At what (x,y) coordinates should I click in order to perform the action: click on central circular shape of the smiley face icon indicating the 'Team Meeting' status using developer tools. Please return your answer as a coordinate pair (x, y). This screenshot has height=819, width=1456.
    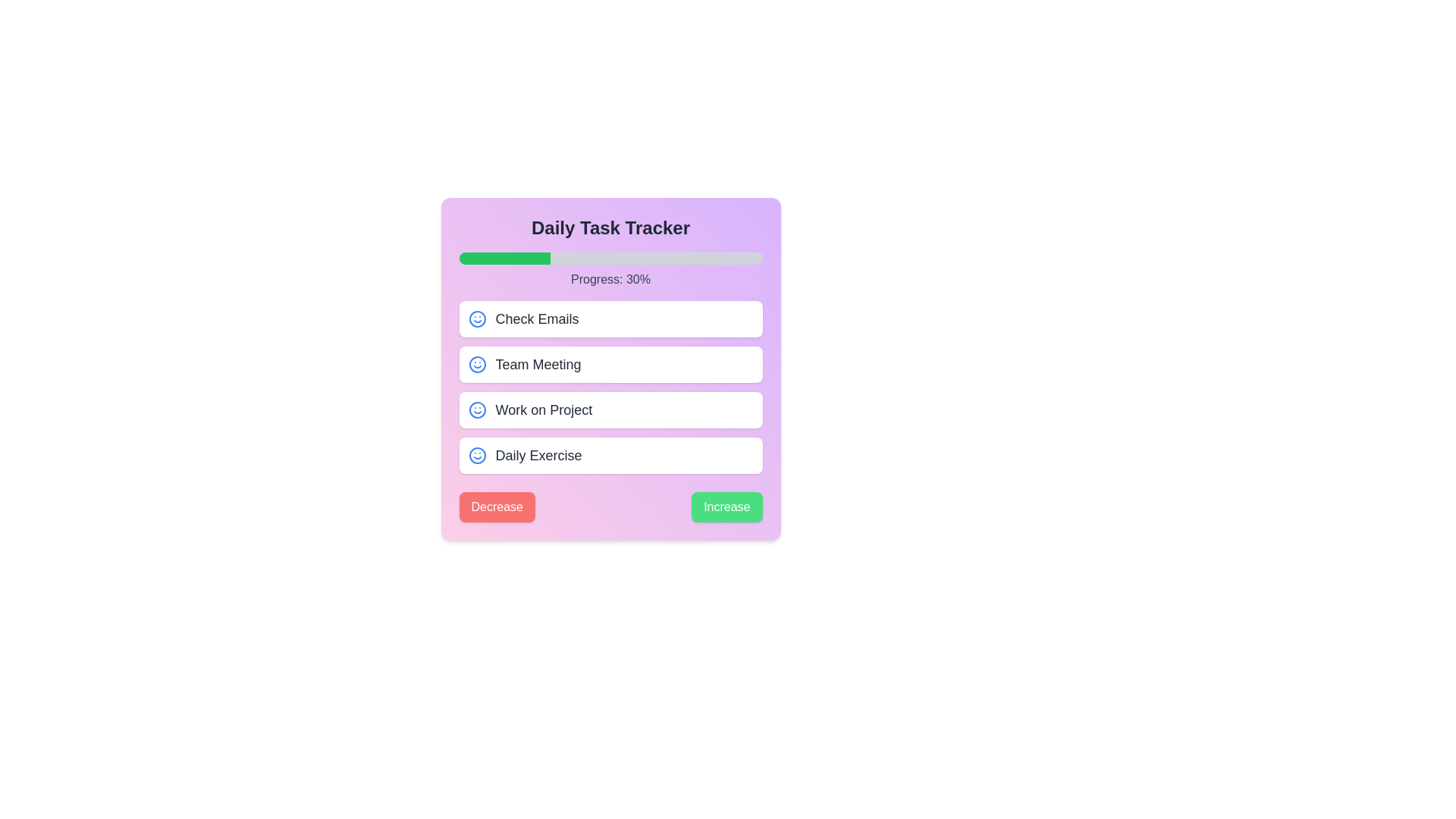
    Looking at the image, I should click on (476, 365).